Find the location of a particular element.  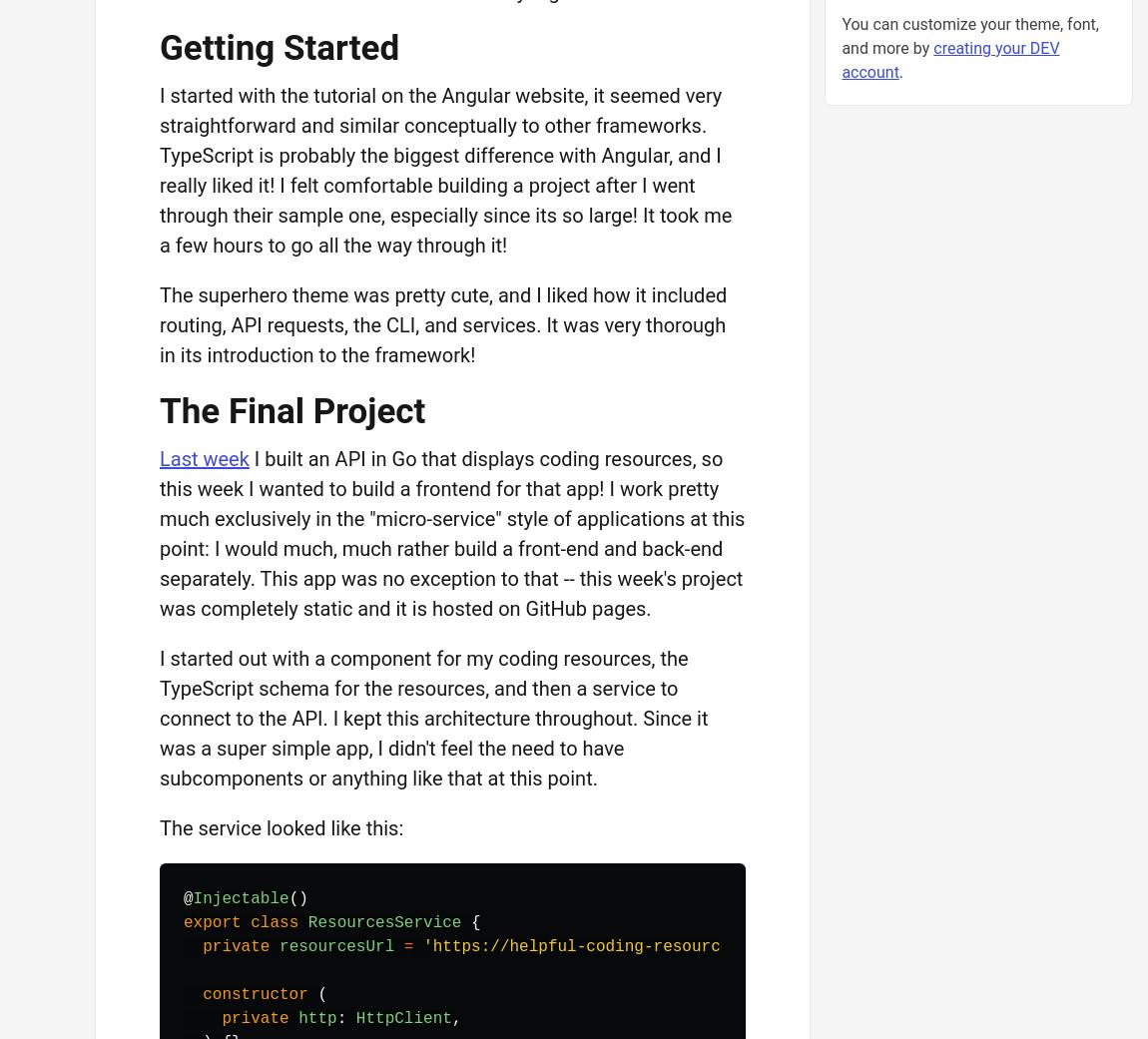

':' is located at coordinates (335, 1017).